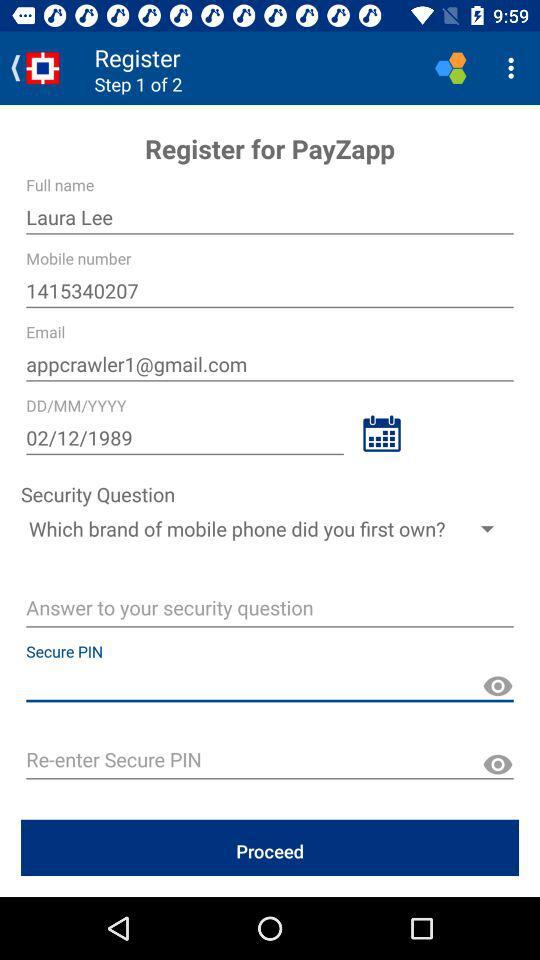 The height and width of the screenshot is (960, 540). Describe the element at coordinates (496, 764) in the screenshot. I see `the visibility icon` at that location.